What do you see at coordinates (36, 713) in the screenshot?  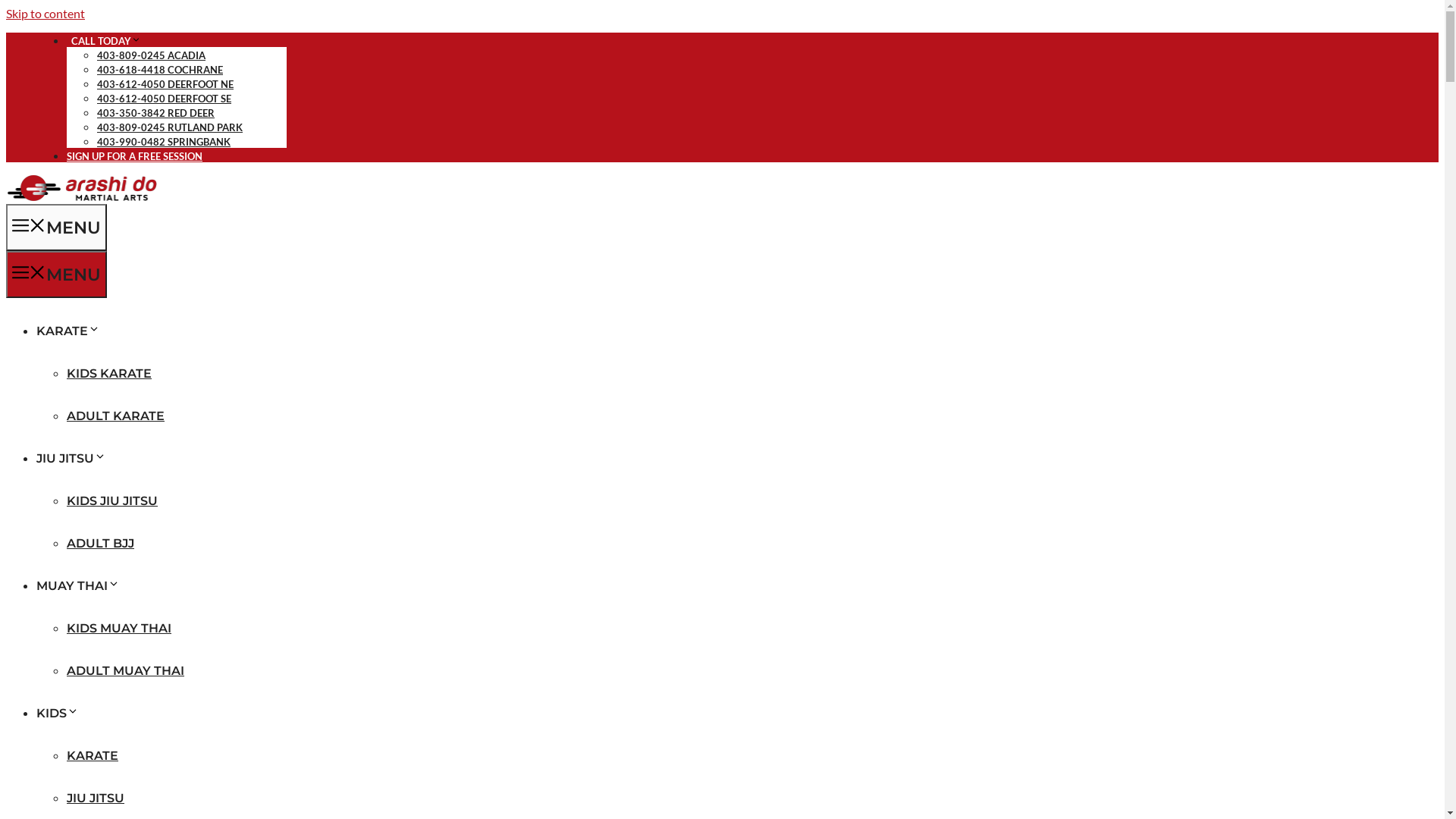 I see `'KIDS'` at bounding box center [36, 713].